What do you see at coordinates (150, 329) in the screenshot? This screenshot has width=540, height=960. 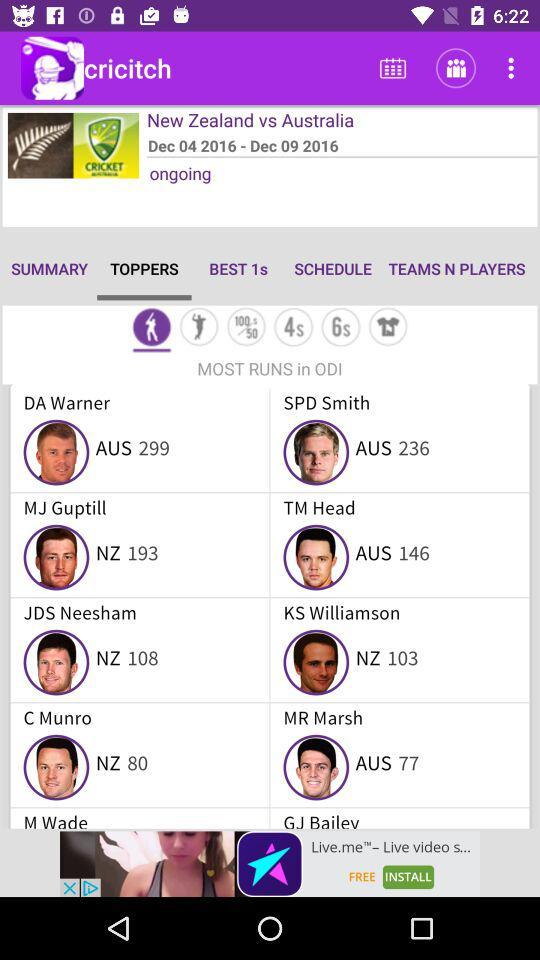 I see `the facebook icon` at bounding box center [150, 329].